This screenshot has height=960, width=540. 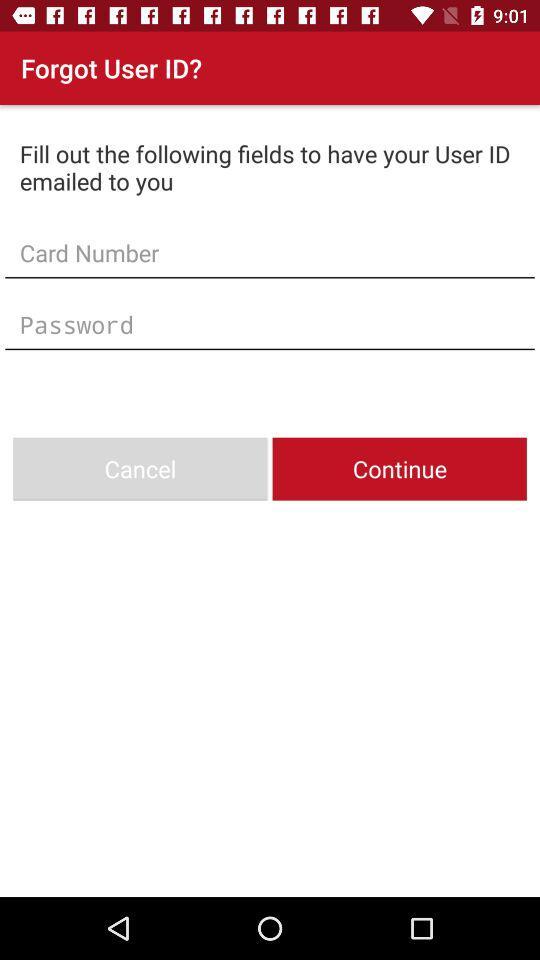 I want to click on continue item, so click(x=399, y=469).